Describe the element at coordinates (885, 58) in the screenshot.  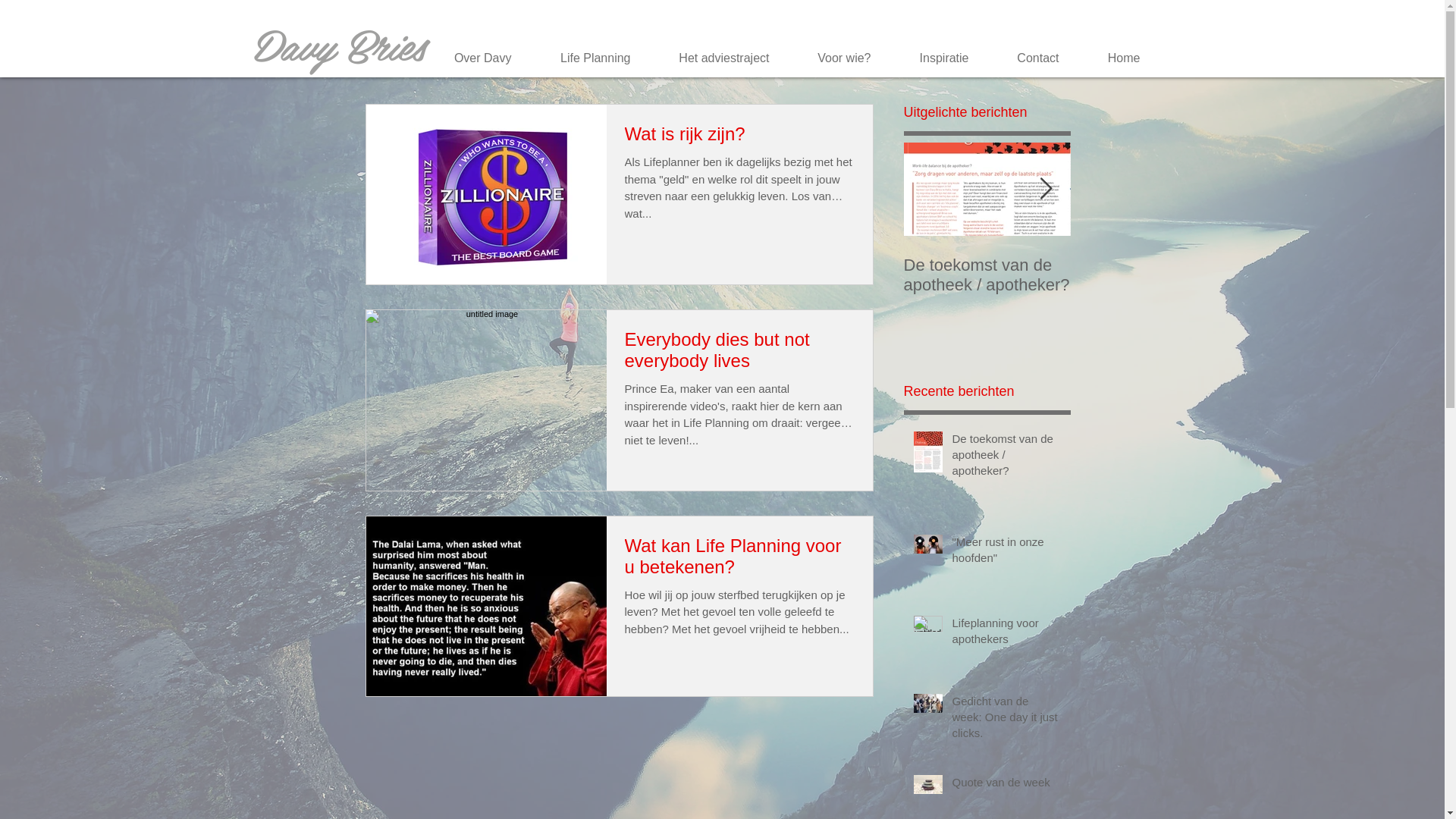
I see `'Inspiratie'` at that location.